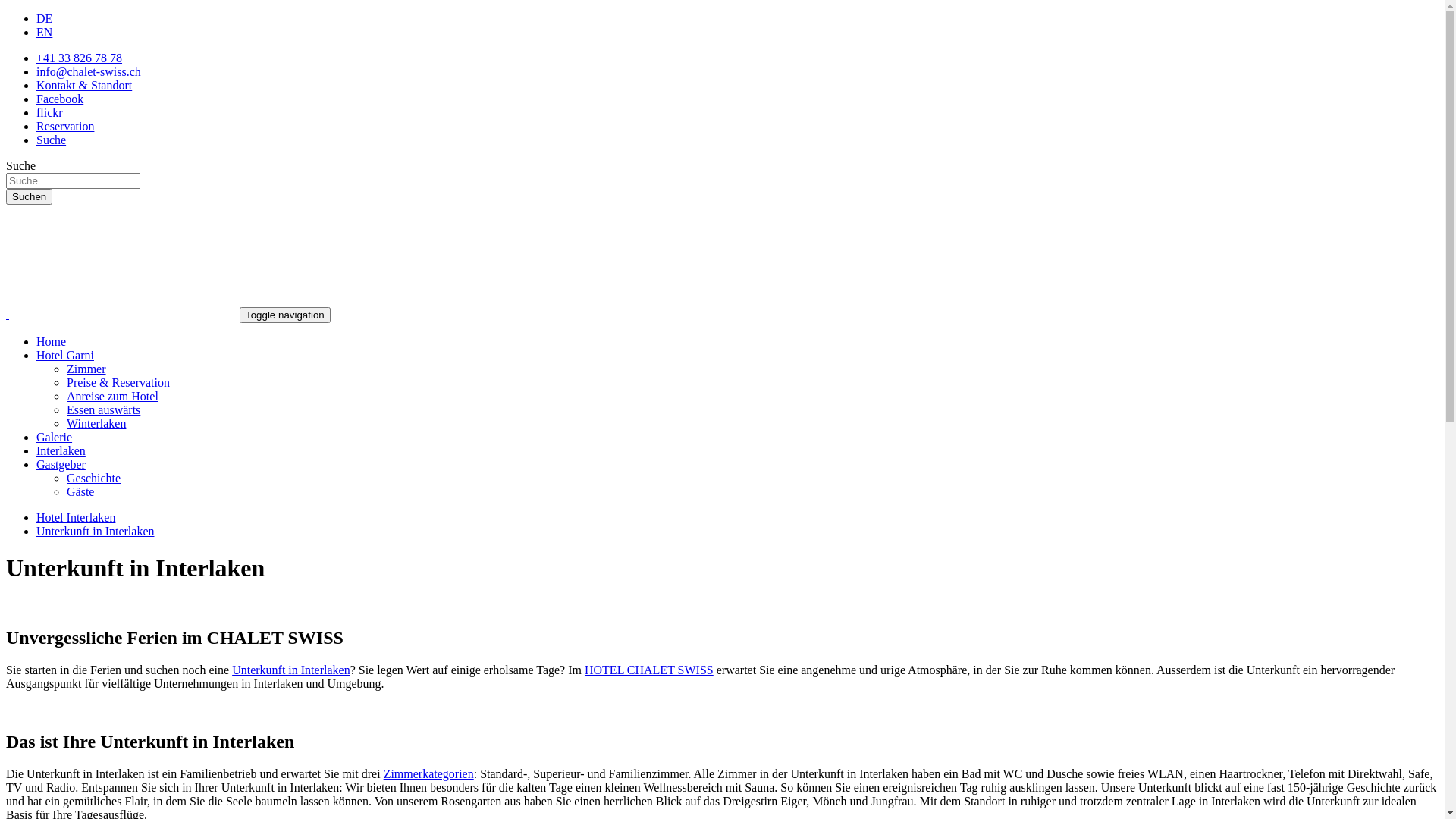 This screenshot has width=1456, height=819. What do you see at coordinates (44, 18) in the screenshot?
I see `'DE'` at bounding box center [44, 18].